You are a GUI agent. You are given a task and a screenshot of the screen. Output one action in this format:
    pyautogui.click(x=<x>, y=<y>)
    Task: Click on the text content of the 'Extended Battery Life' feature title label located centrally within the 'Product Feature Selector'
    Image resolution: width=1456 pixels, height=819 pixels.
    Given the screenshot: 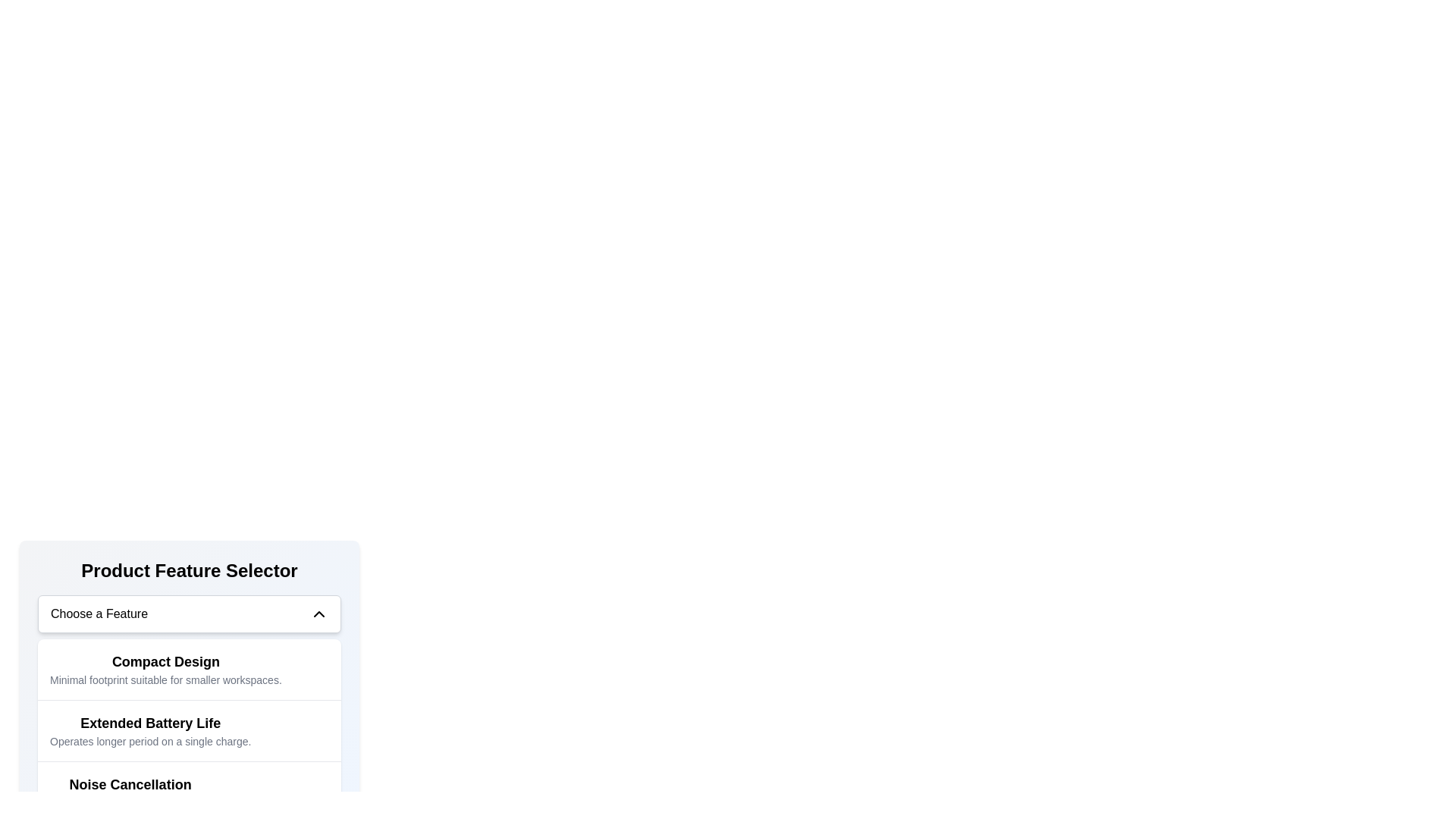 What is the action you would take?
    pyautogui.click(x=150, y=722)
    